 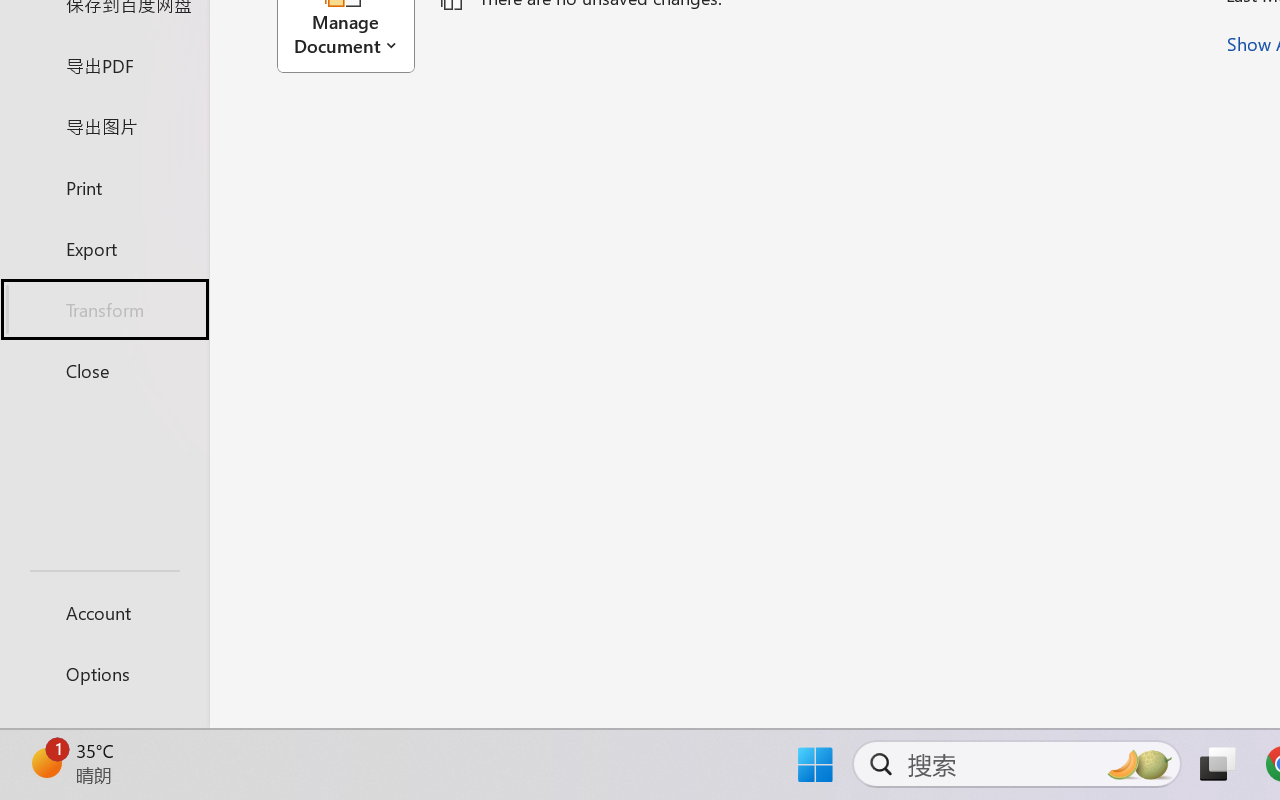 What do you see at coordinates (103, 673) in the screenshot?
I see `'Options'` at bounding box center [103, 673].